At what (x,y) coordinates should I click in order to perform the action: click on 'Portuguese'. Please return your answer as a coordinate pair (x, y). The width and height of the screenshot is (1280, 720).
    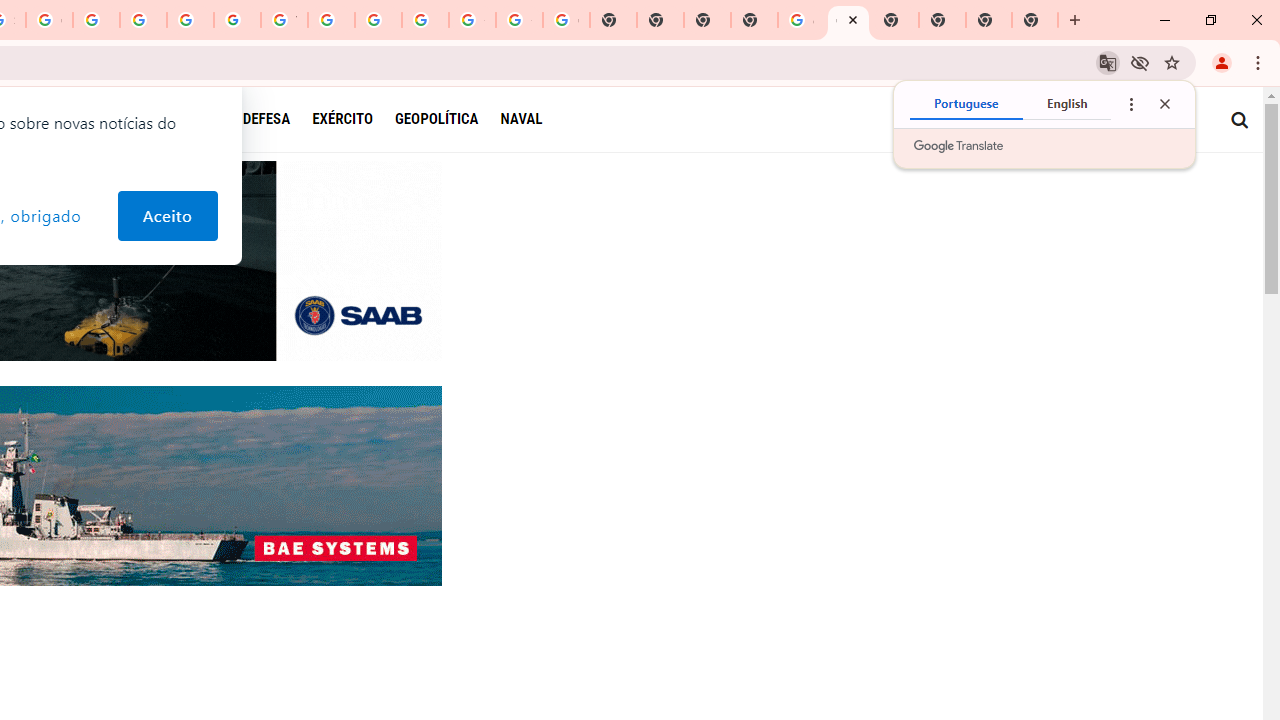
    Looking at the image, I should click on (966, 104).